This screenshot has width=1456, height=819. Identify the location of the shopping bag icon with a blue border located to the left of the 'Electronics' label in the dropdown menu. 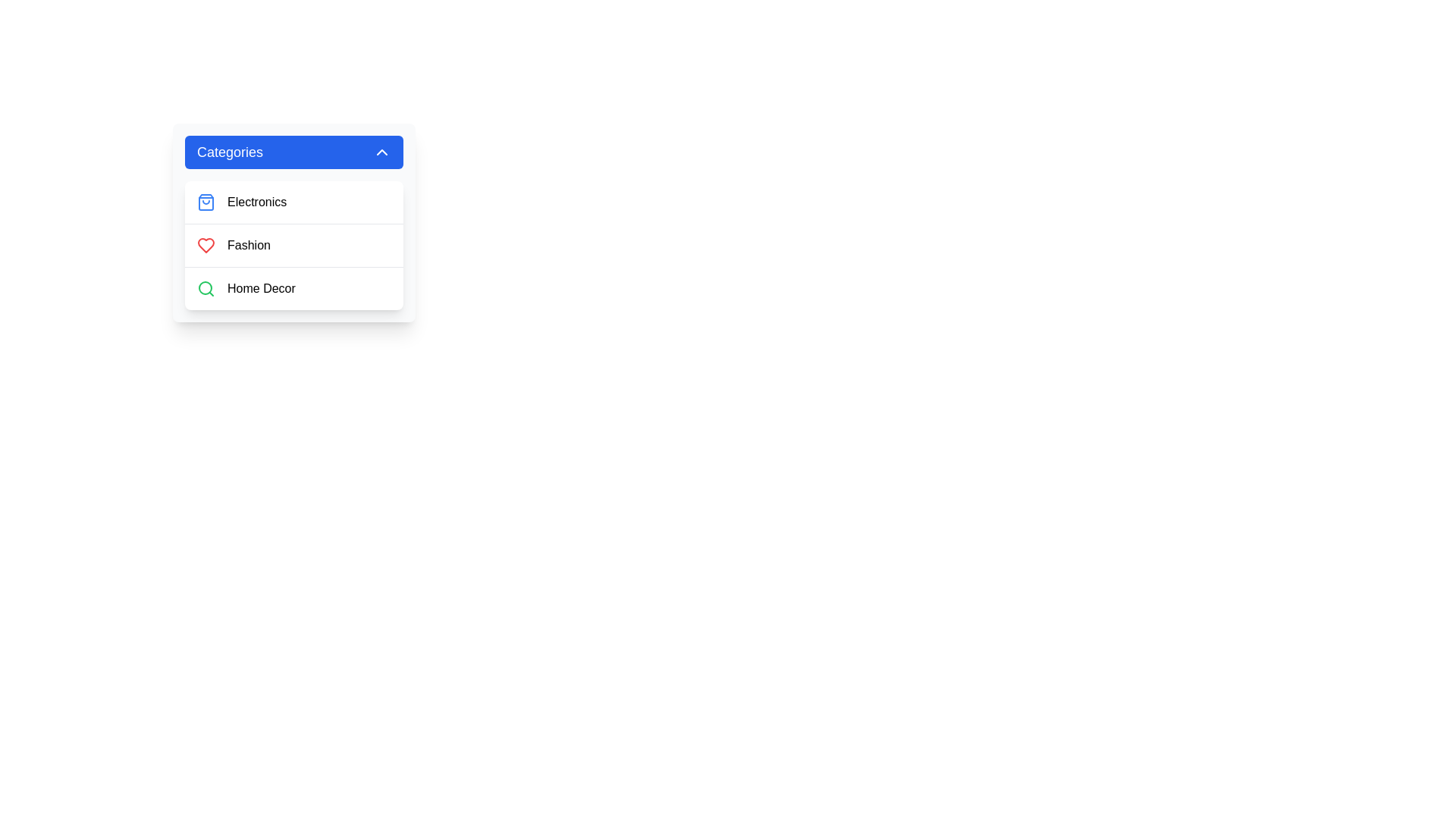
(206, 201).